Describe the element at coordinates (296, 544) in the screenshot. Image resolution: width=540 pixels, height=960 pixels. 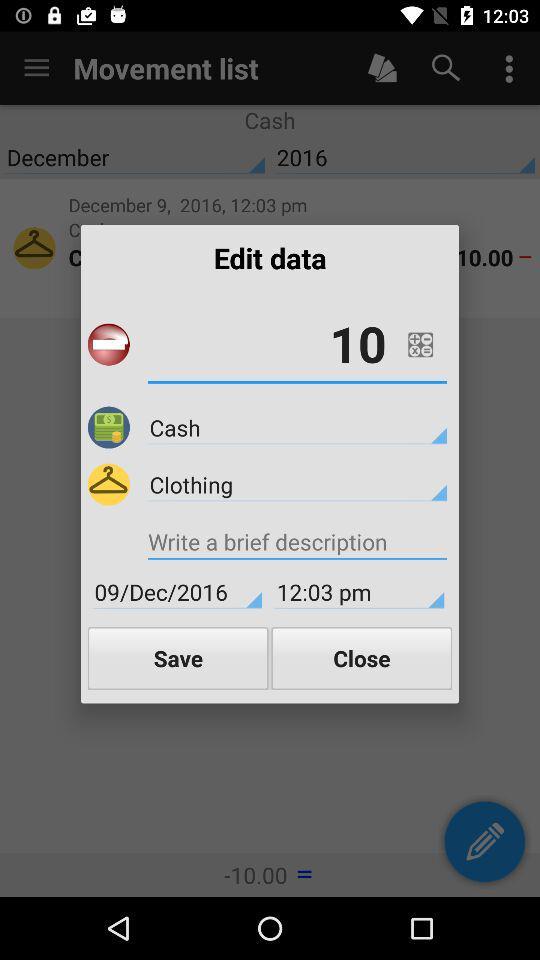
I see `description input` at that location.